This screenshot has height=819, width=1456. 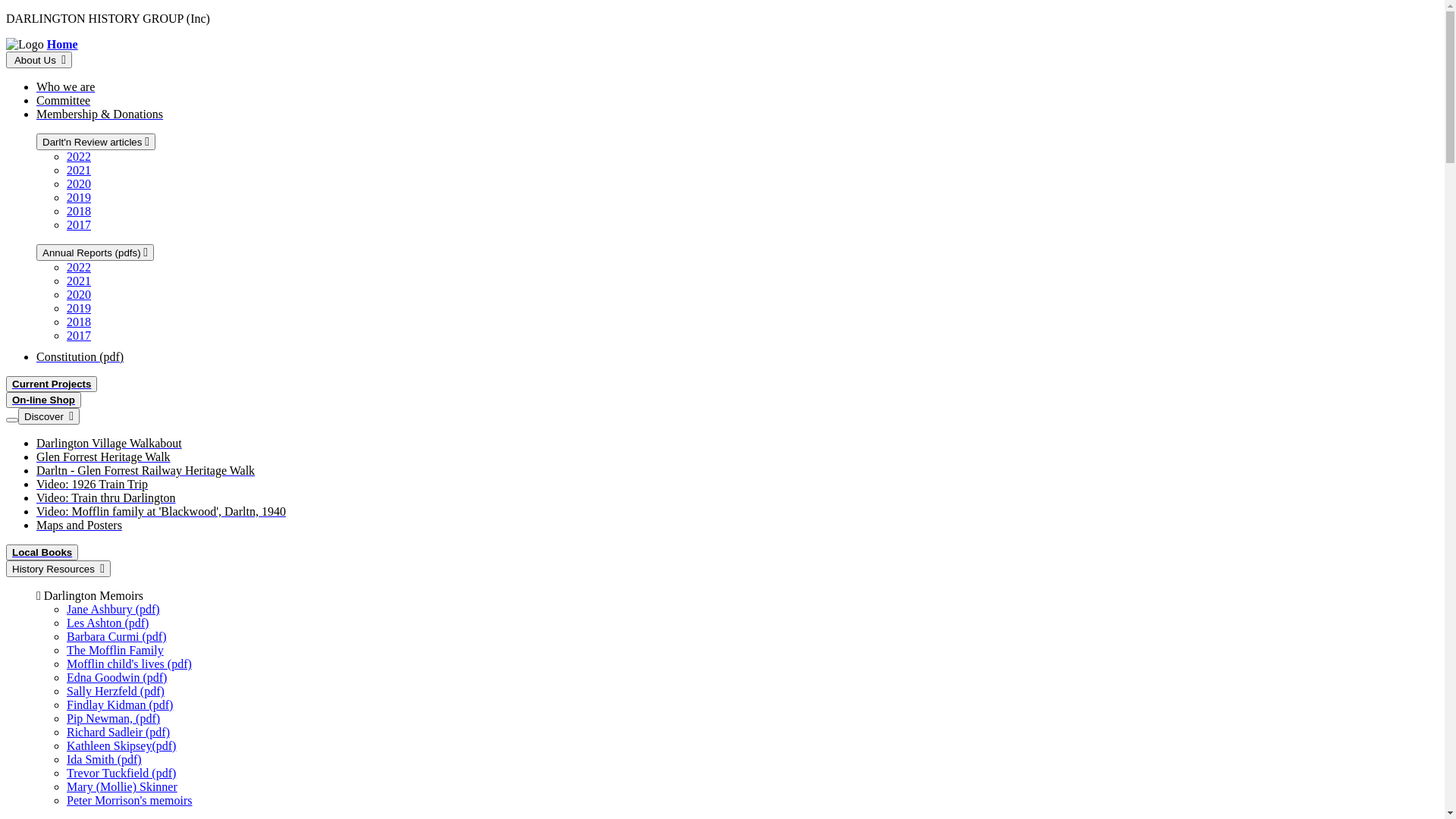 What do you see at coordinates (36, 356) in the screenshot?
I see `'Constitution (pdf)'` at bounding box center [36, 356].